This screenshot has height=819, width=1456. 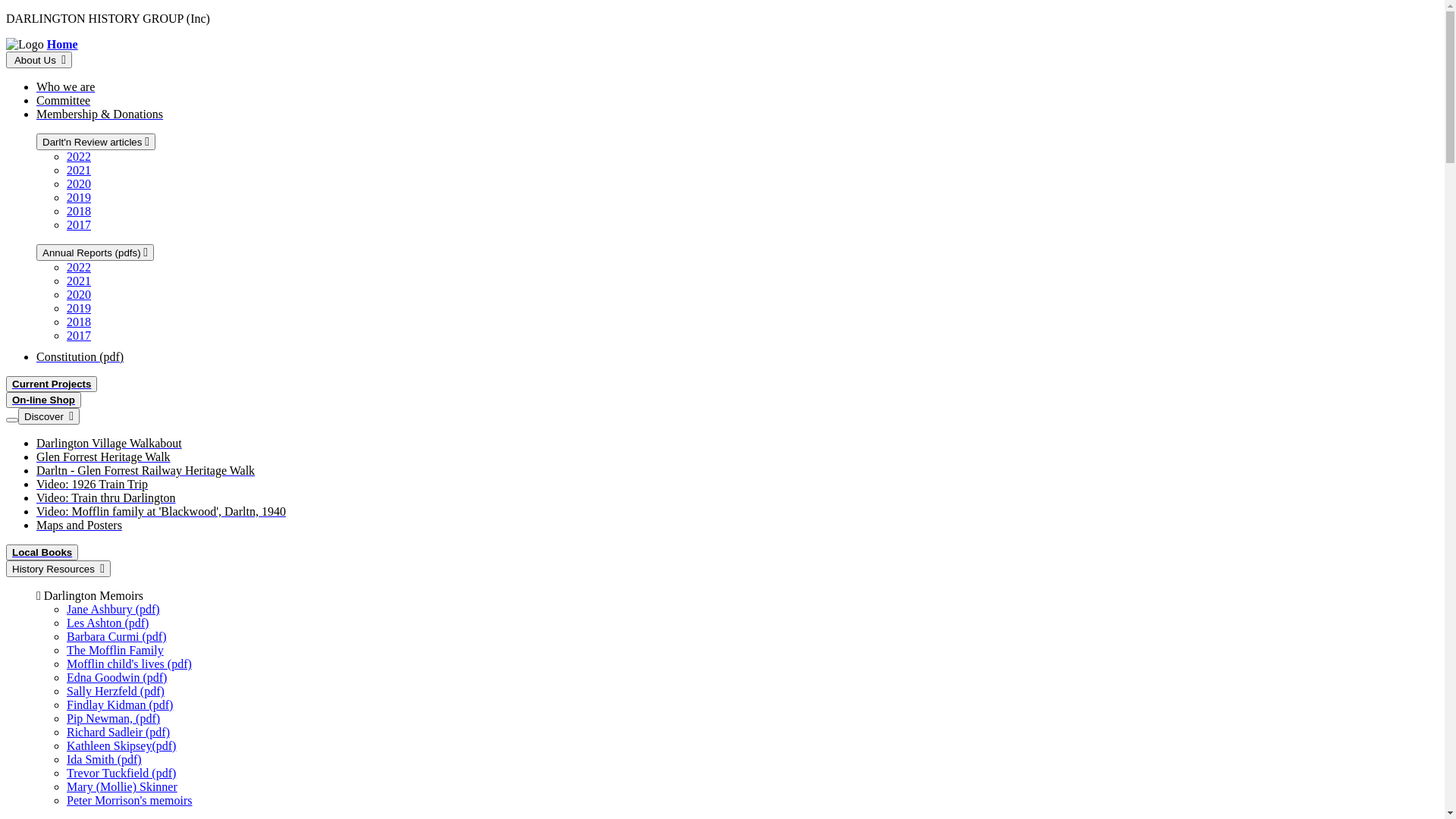 What do you see at coordinates (36, 356) in the screenshot?
I see `'Constitution (pdf)'` at bounding box center [36, 356].